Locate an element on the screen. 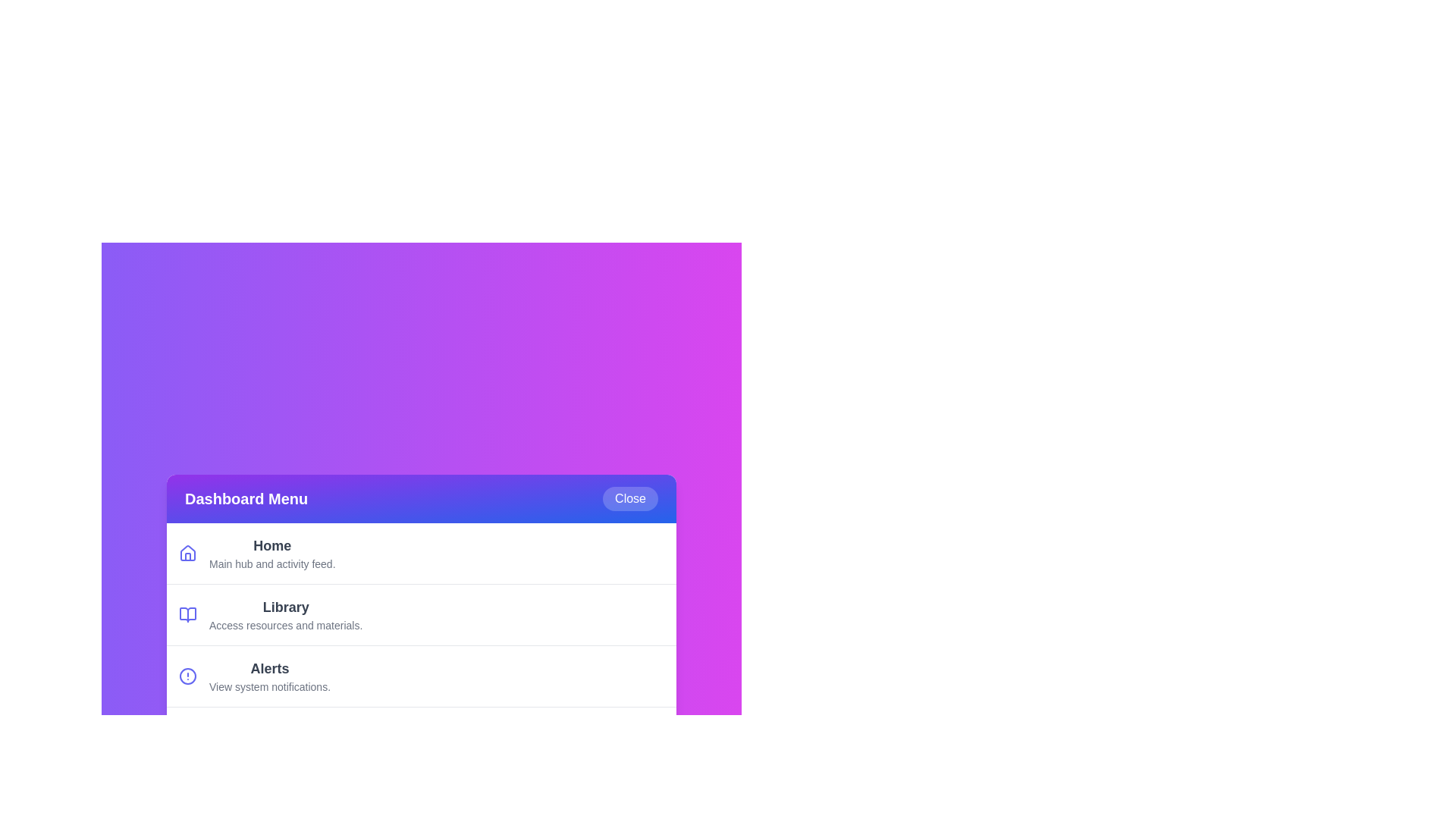 The width and height of the screenshot is (1456, 819). the description of the menu item Alerts is located at coordinates (269, 668).